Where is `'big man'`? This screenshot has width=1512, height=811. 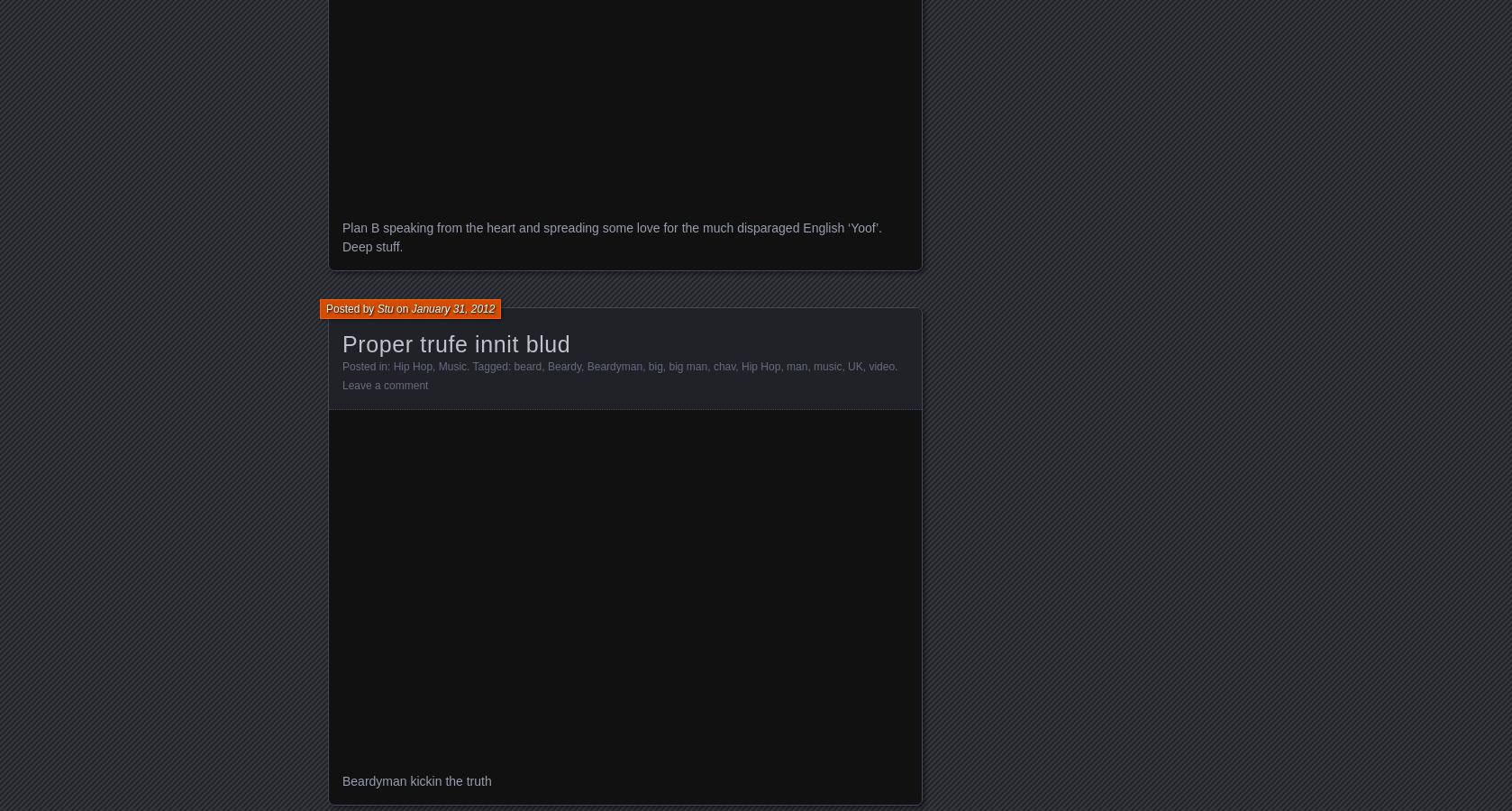
'big man' is located at coordinates (687, 366).